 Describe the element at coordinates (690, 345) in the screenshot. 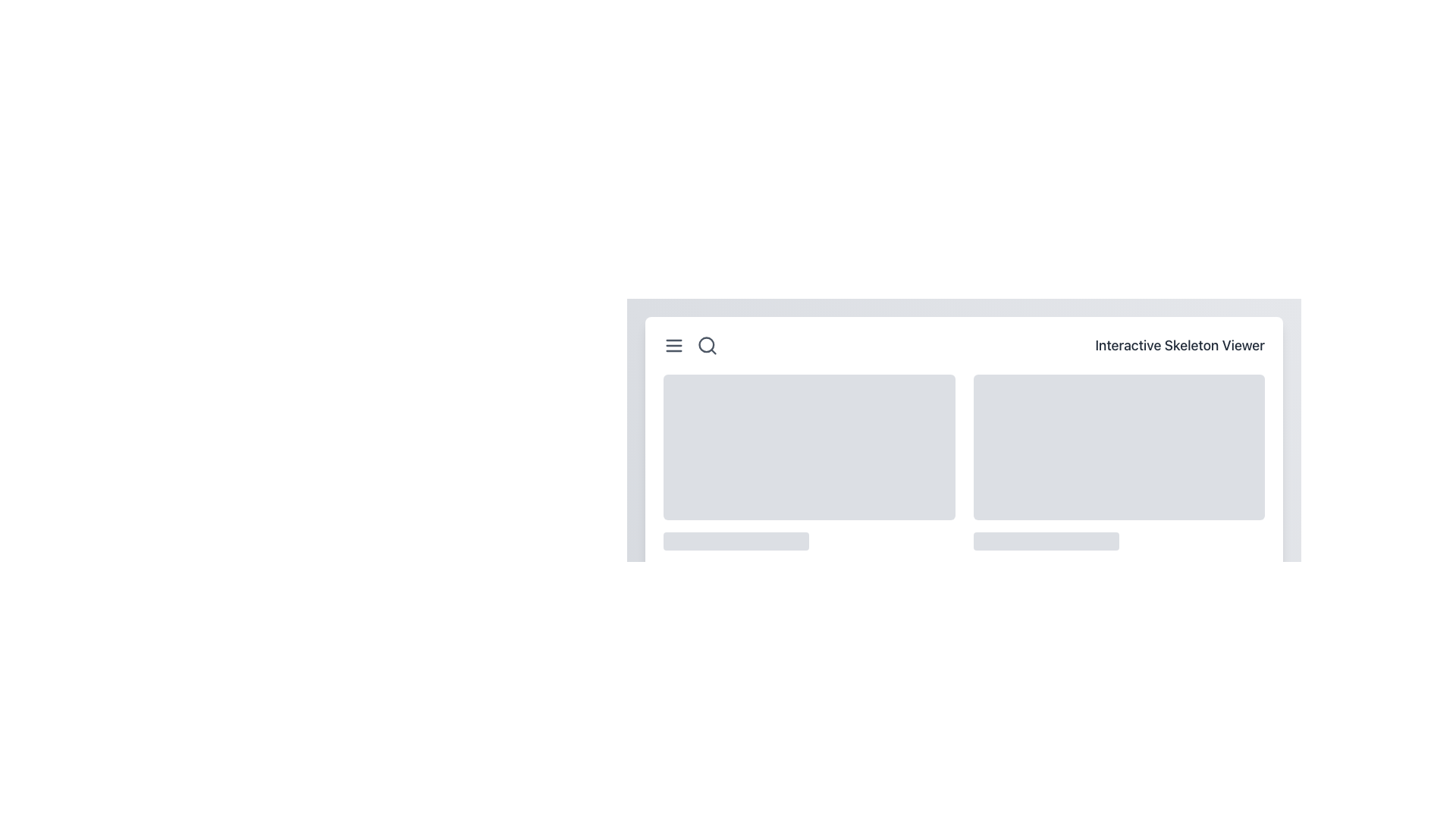

I see `the Icon button located on the leftmost side of the toolbar` at that location.